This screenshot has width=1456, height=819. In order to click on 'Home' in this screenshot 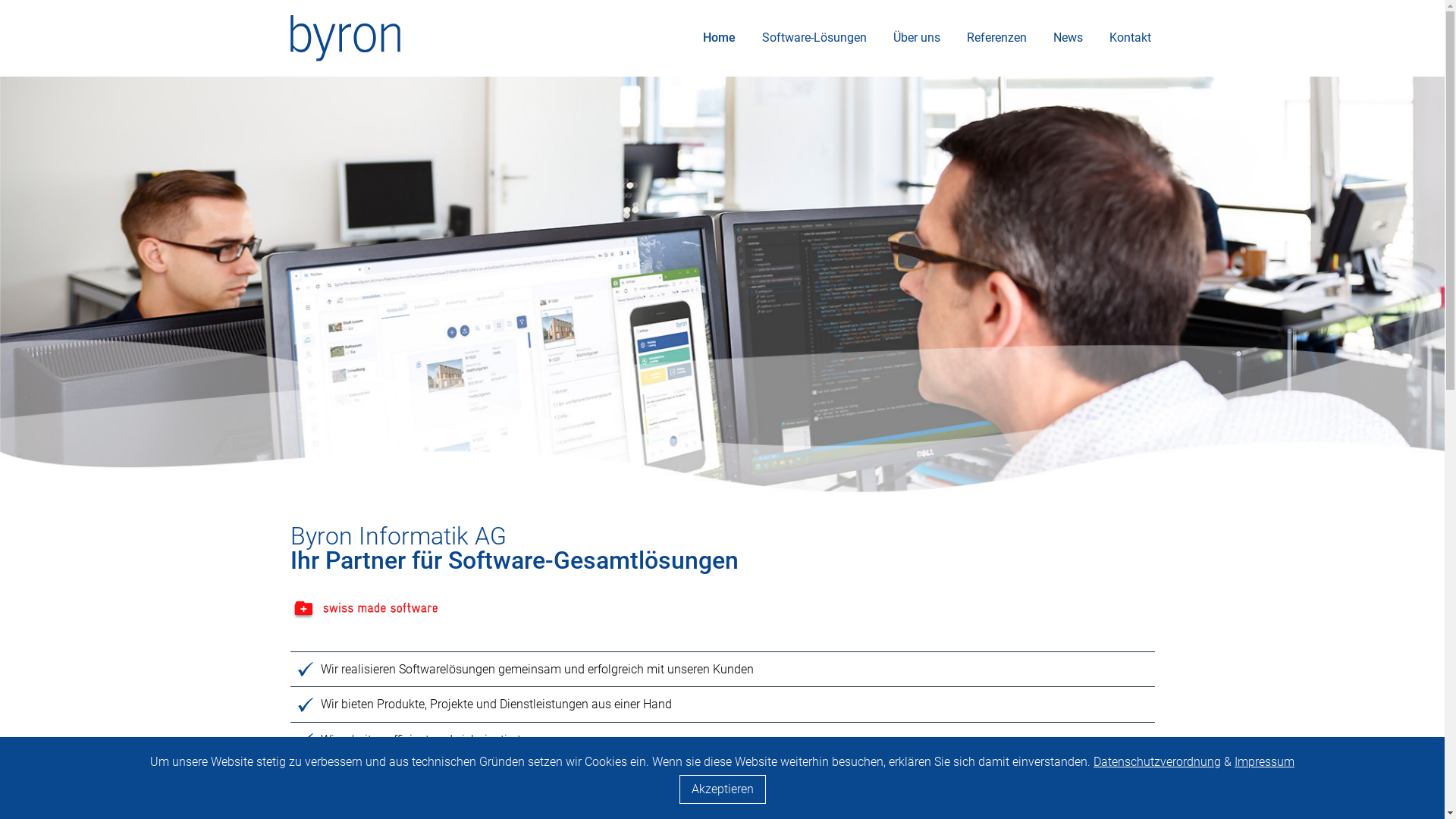, I will do `click(718, 37)`.